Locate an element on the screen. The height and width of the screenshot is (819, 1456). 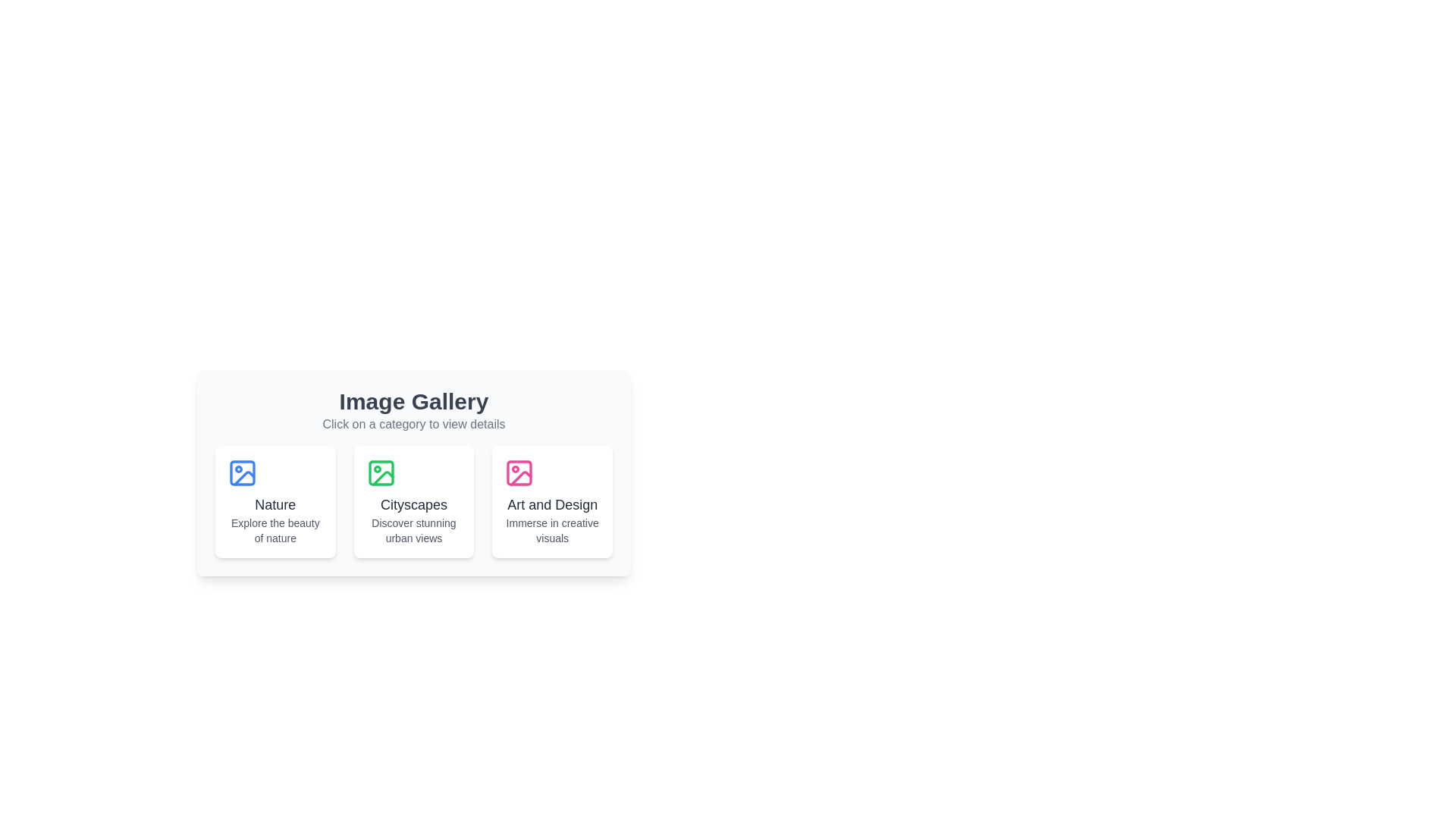
text displayed in the label stating 'Click on a category to view details', which is styled with a gray font color and positioned beneath the 'Image Gallery' header is located at coordinates (414, 424).